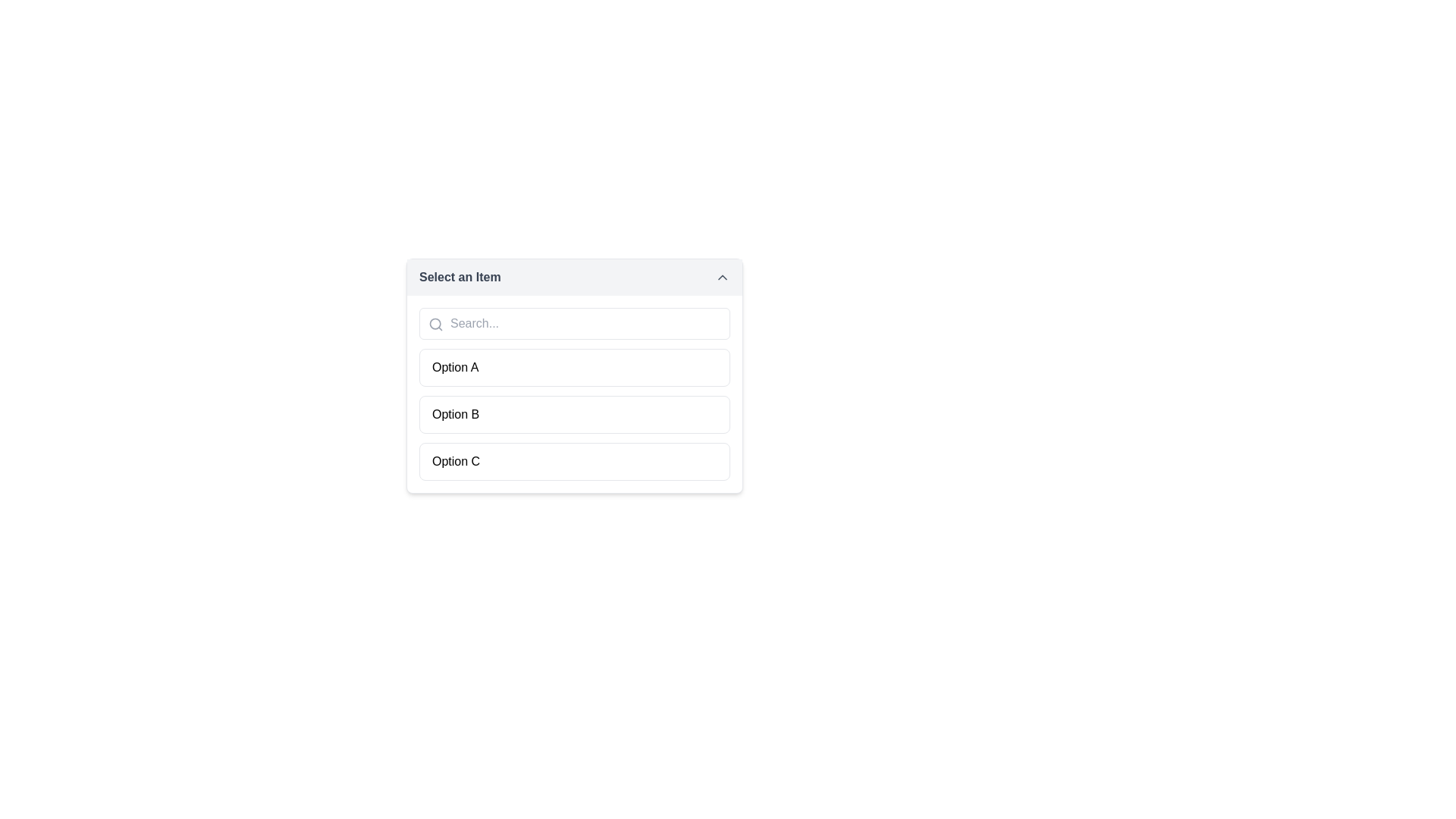  I want to click on the third option in the vertical selection menu, so click(574, 461).